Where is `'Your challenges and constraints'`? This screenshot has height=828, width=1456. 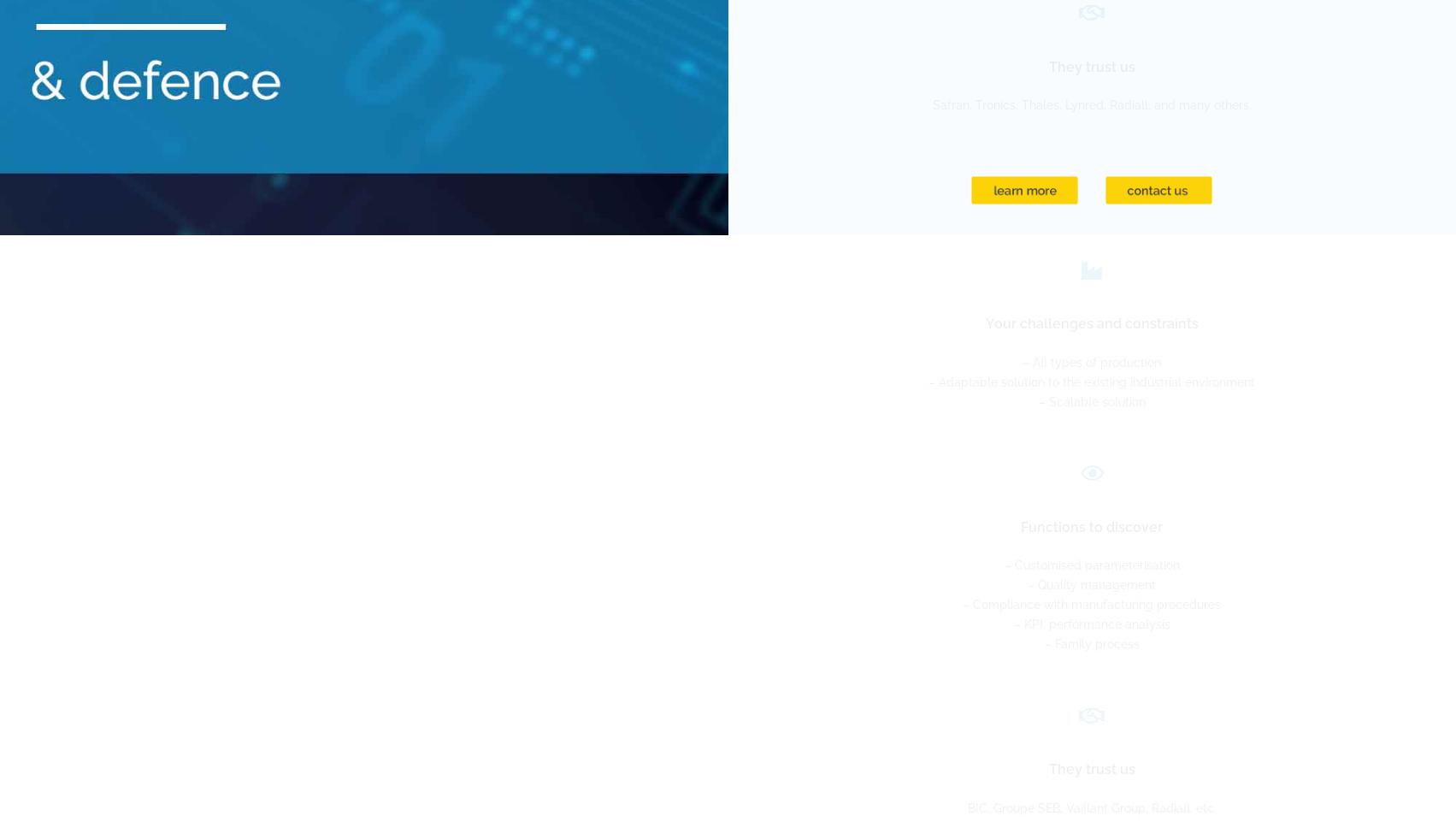
'Your challenges and constraints' is located at coordinates (1090, 322).